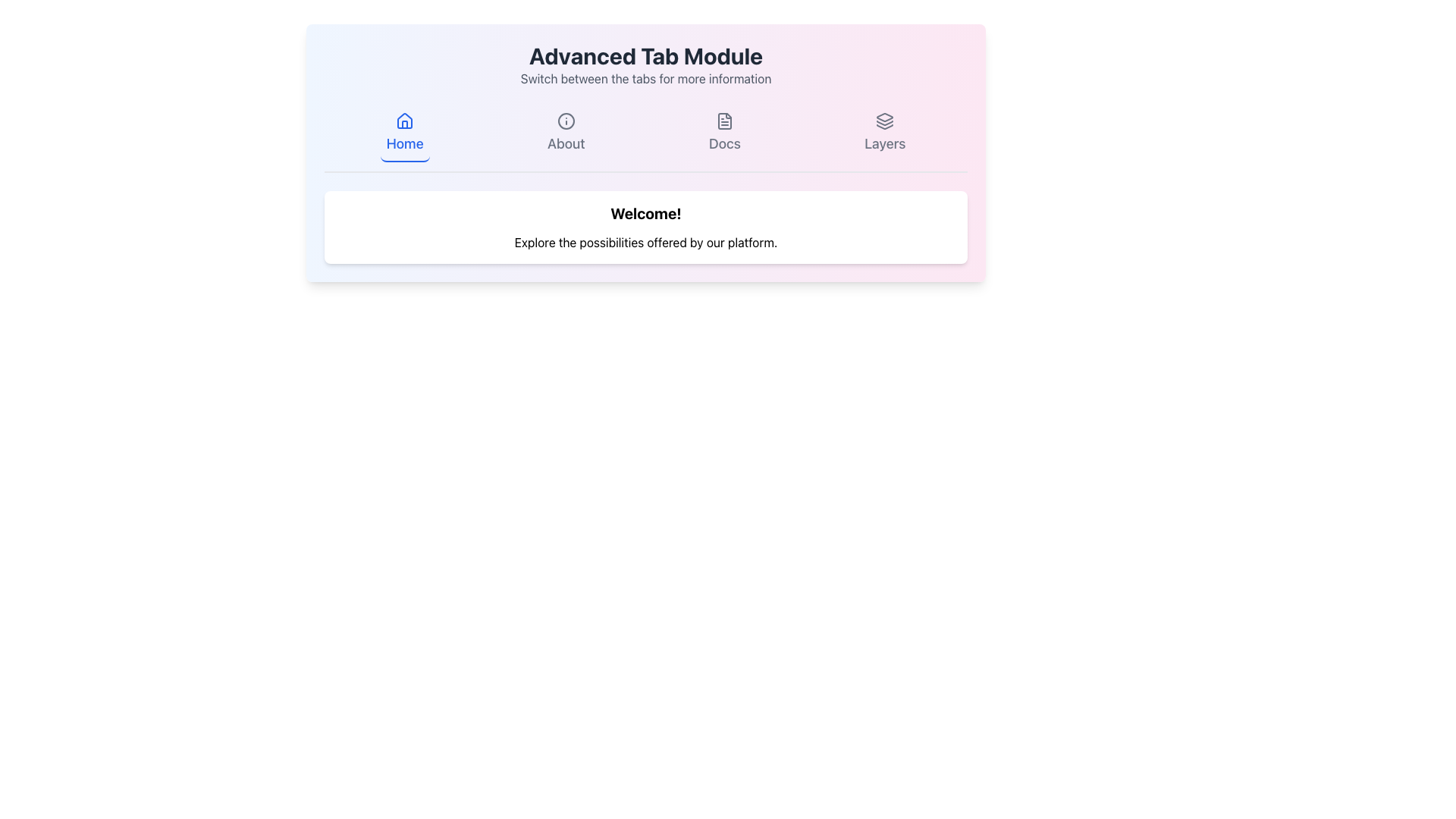  Describe the element at coordinates (565, 143) in the screenshot. I see `the 'About' text label in the navigation bar` at that location.